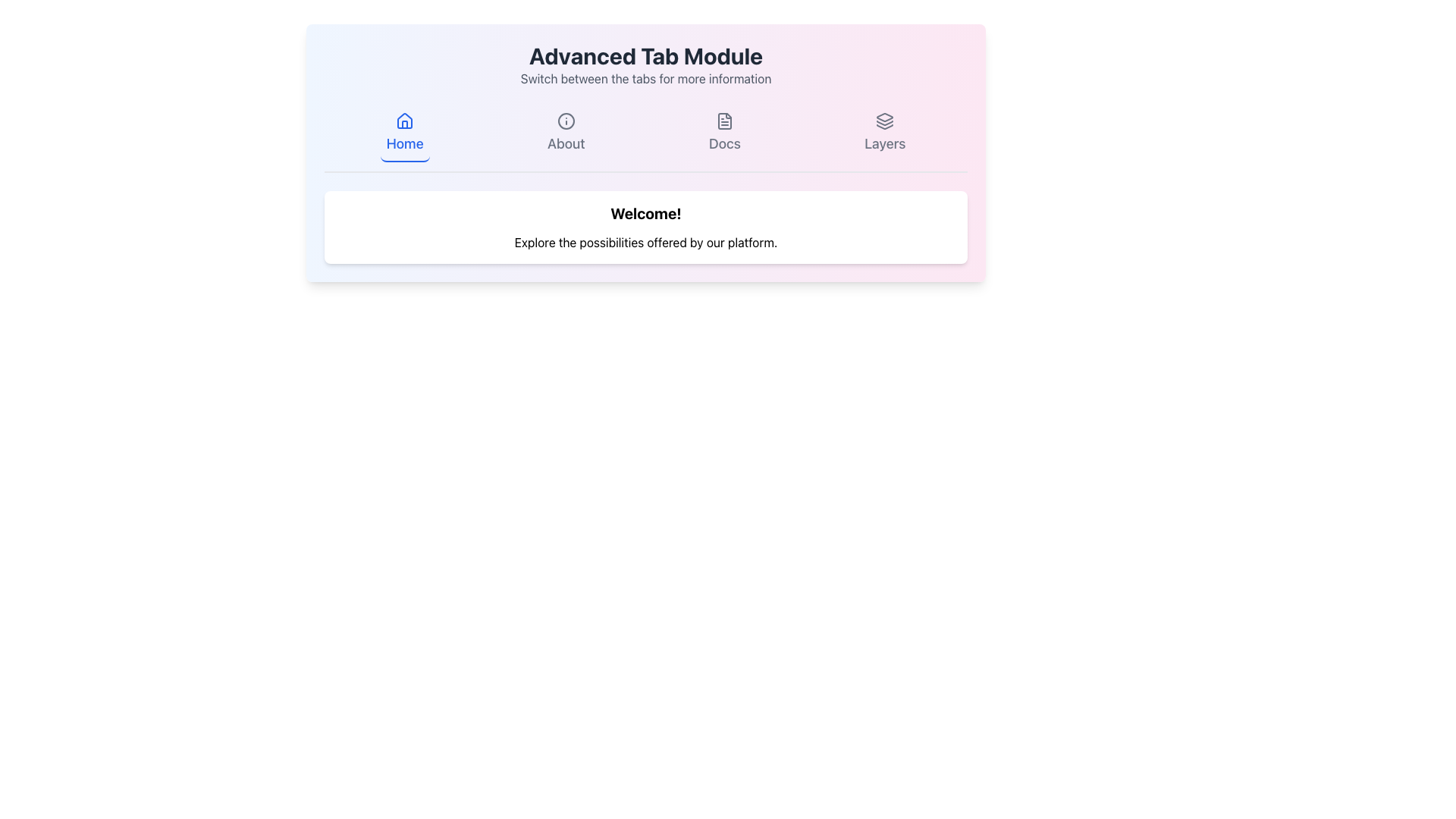  Describe the element at coordinates (565, 143) in the screenshot. I see `the 'About' text label in the navigation bar` at that location.